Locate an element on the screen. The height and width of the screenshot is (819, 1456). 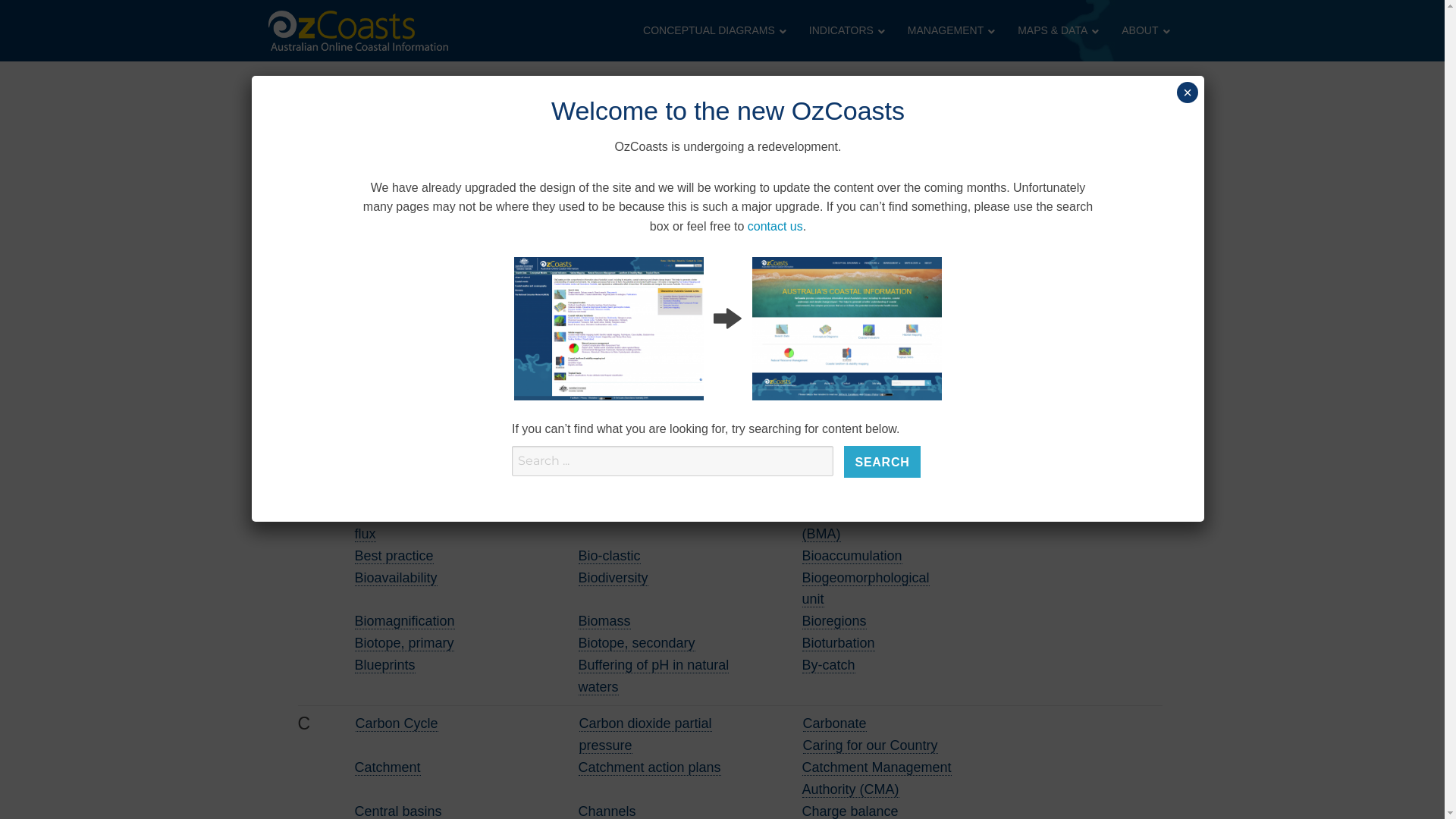
'MAPS & DATA' is located at coordinates (1002, 30).